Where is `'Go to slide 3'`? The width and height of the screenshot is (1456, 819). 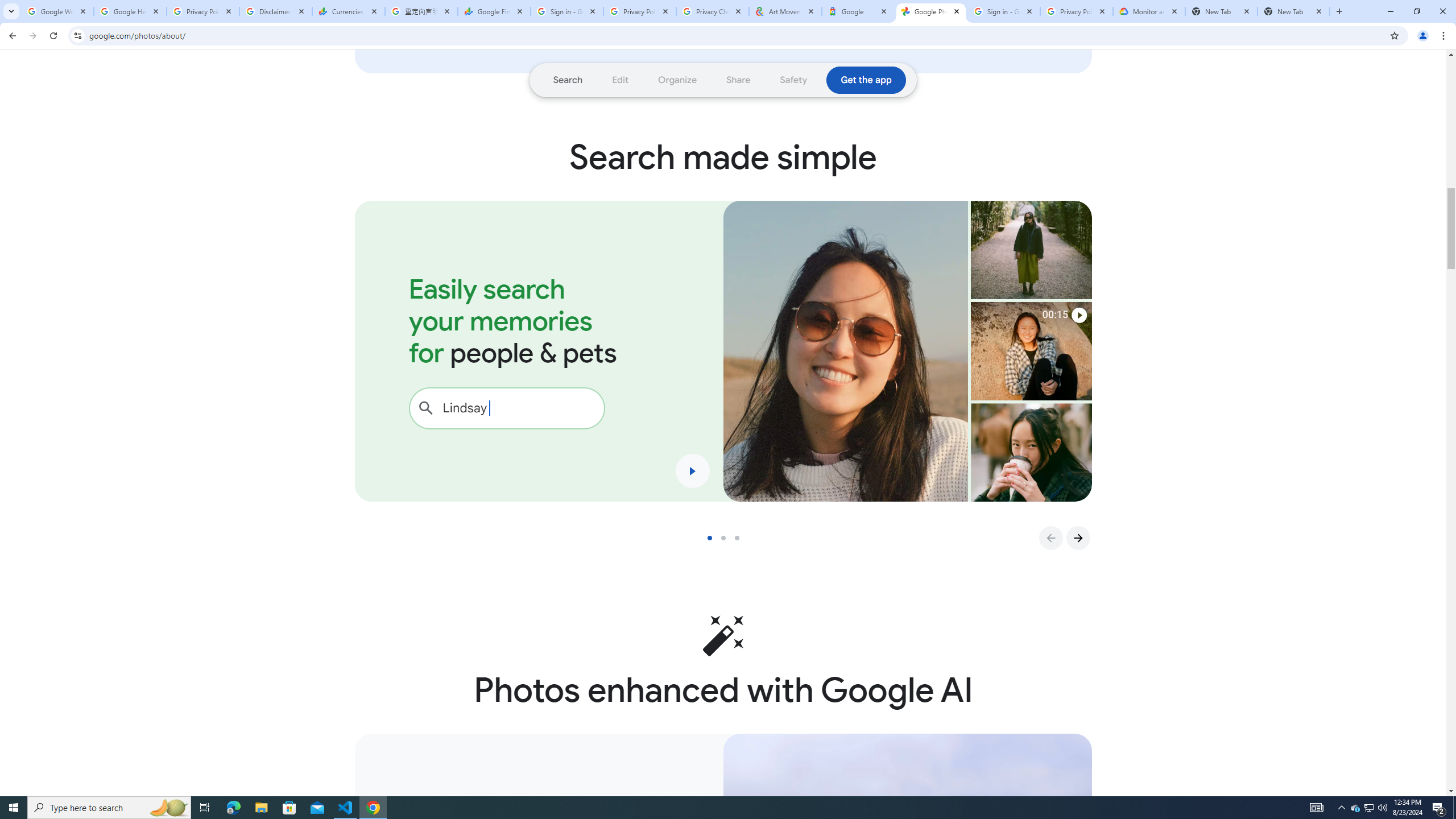 'Go to slide 3' is located at coordinates (741, 537).